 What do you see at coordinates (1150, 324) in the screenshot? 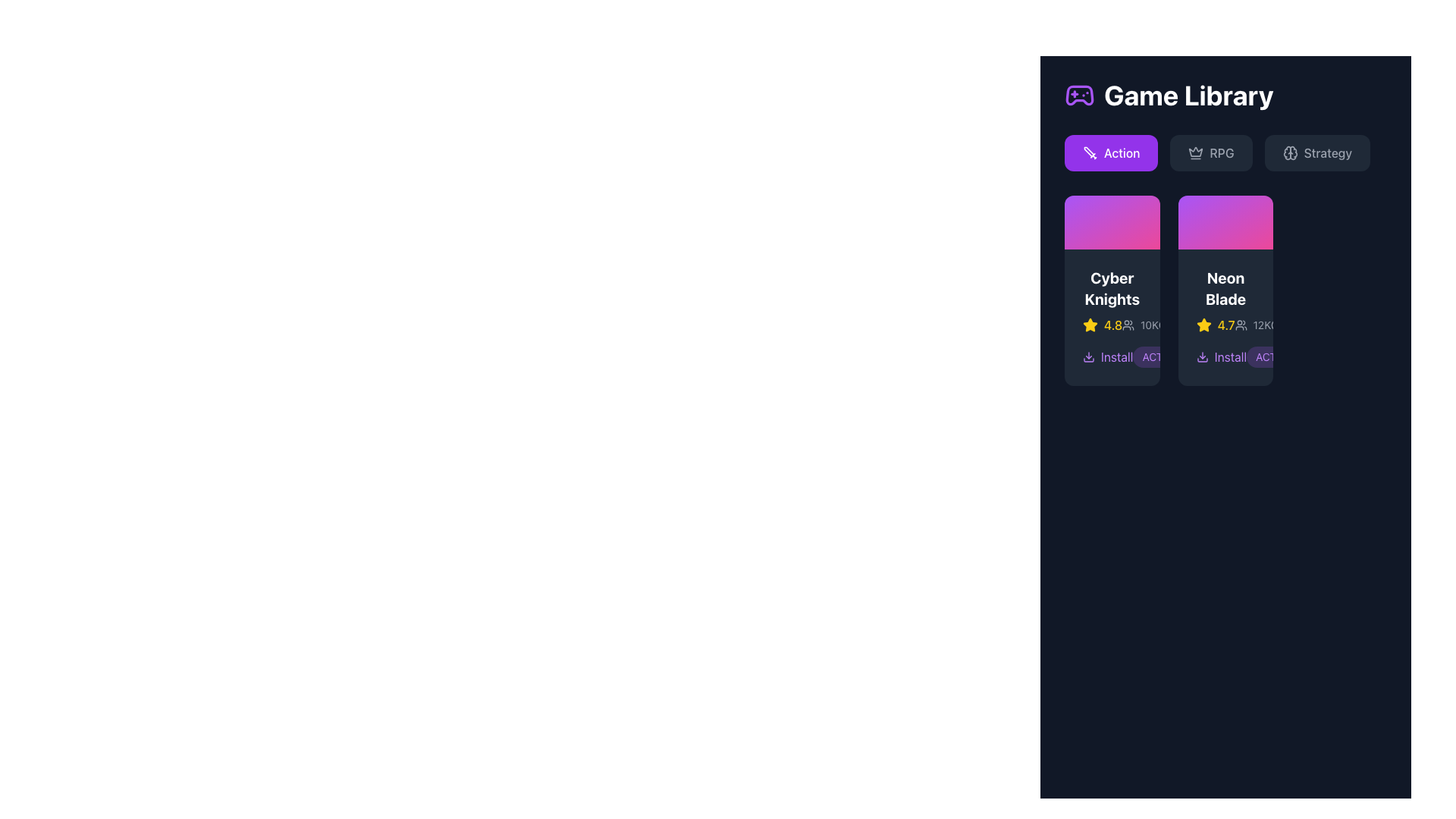
I see `text label displaying the number of users or engagements for the game 'Cyber Knights', which shows '10K'` at bounding box center [1150, 324].